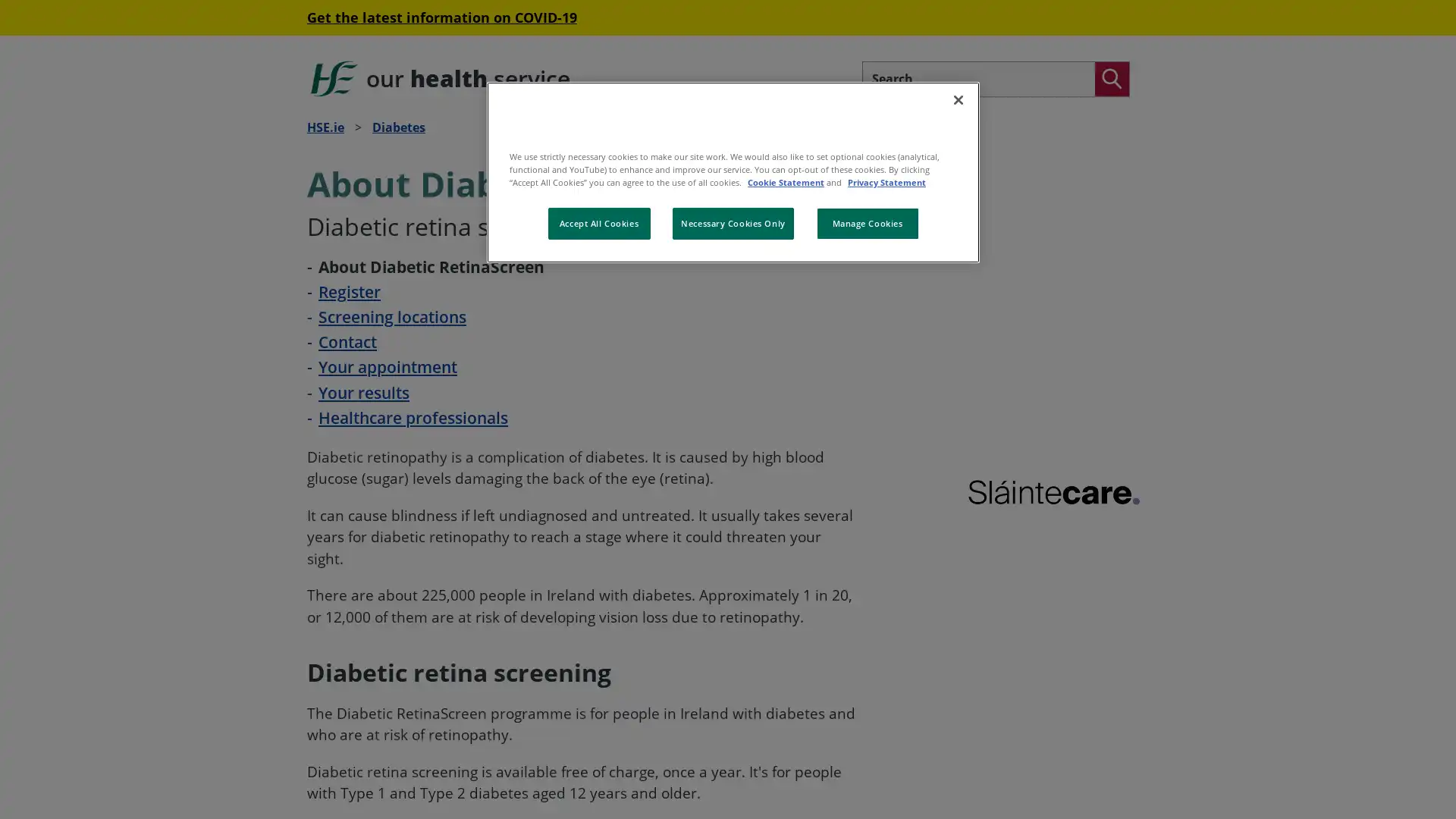 This screenshot has width=1456, height=819. Describe the element at coordinates (733, 223) in the screenshot. I see `Necessary Cookies Only` at that location.